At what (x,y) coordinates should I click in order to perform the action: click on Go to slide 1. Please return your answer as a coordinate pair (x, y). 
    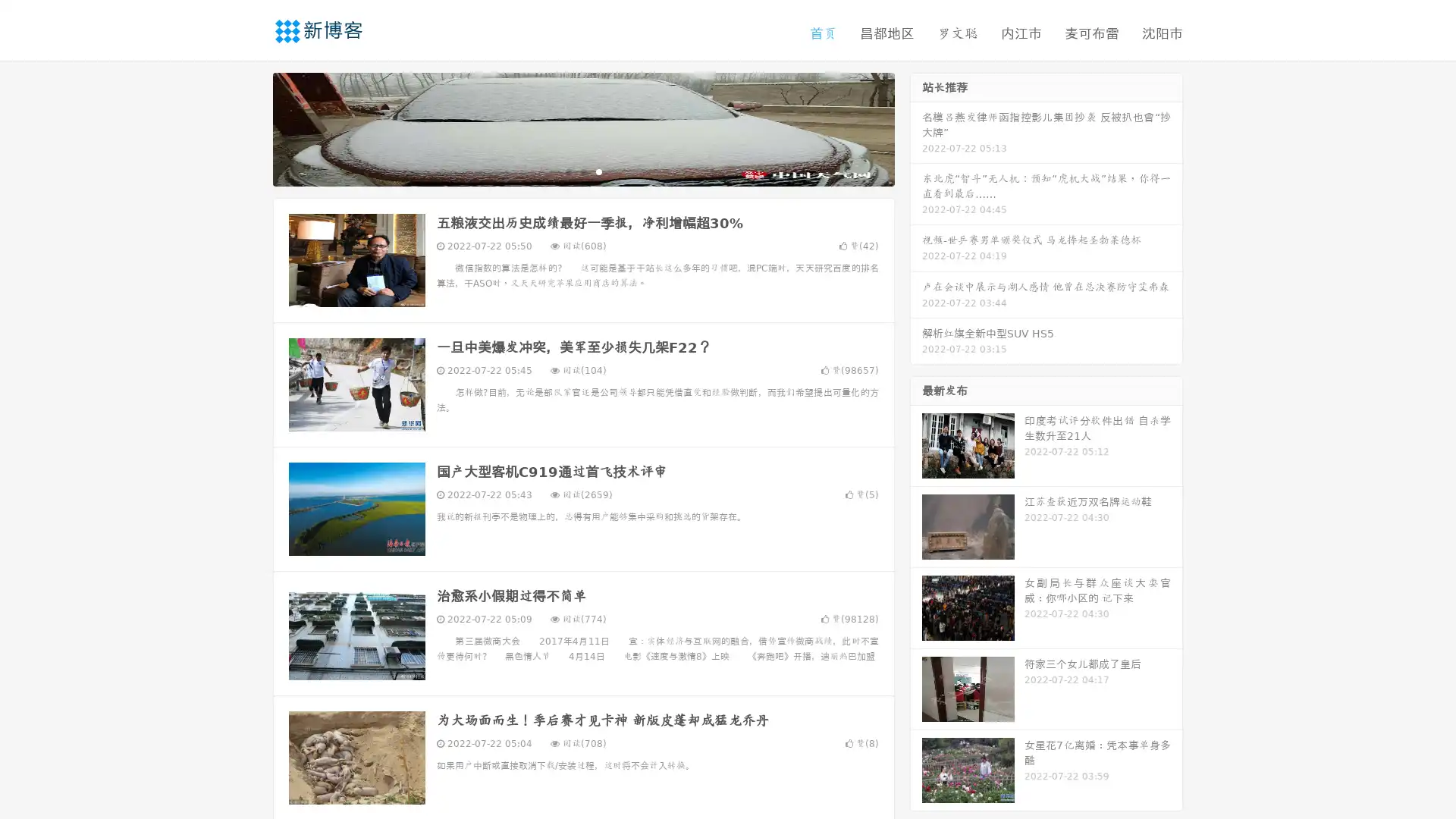
    Looking at the image, I should click on (567, 171).